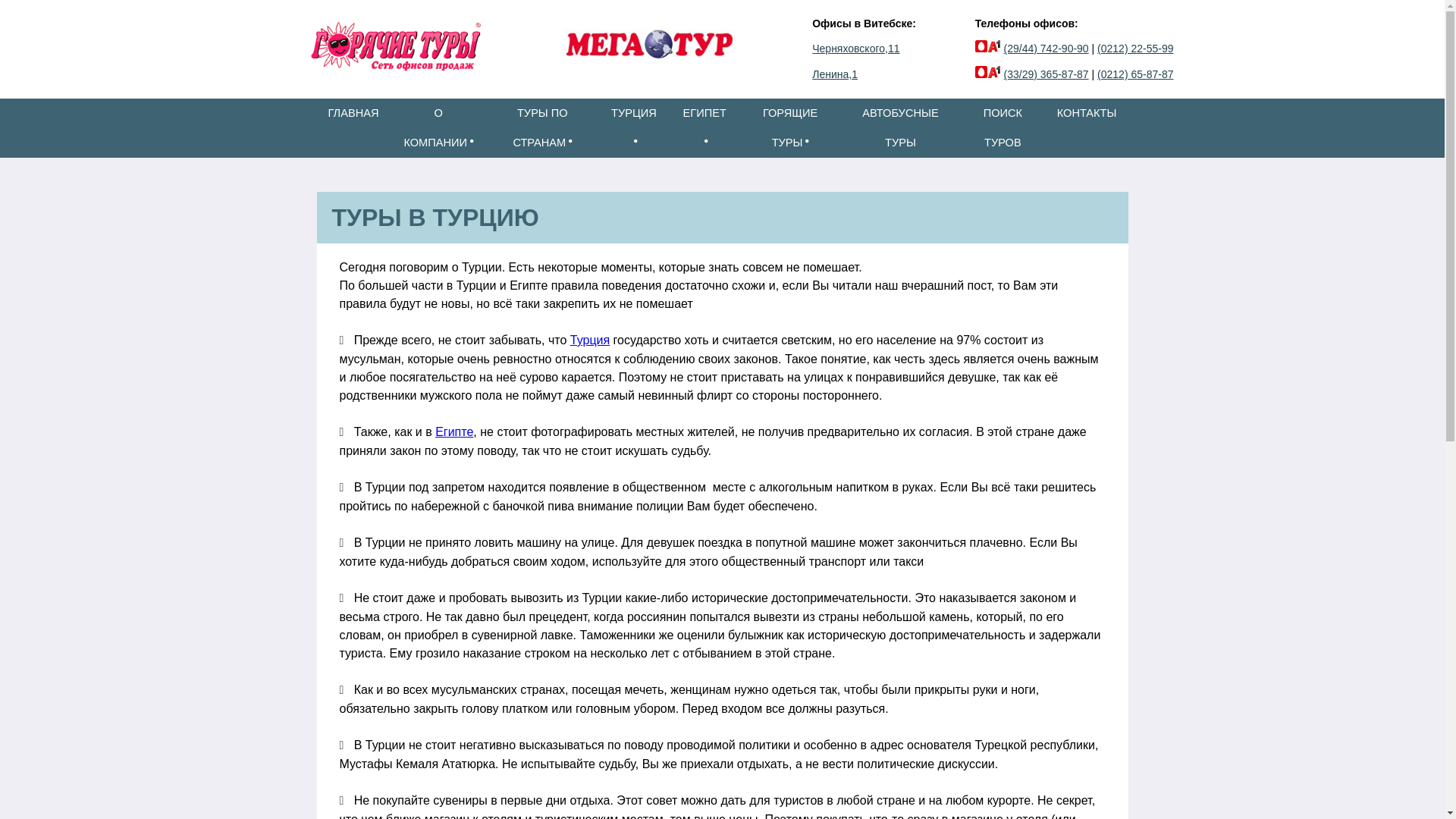 The width and height of the screenshot is (1456, 819). I want to click on '(0212) 22-55-99', so click(1135, 48).